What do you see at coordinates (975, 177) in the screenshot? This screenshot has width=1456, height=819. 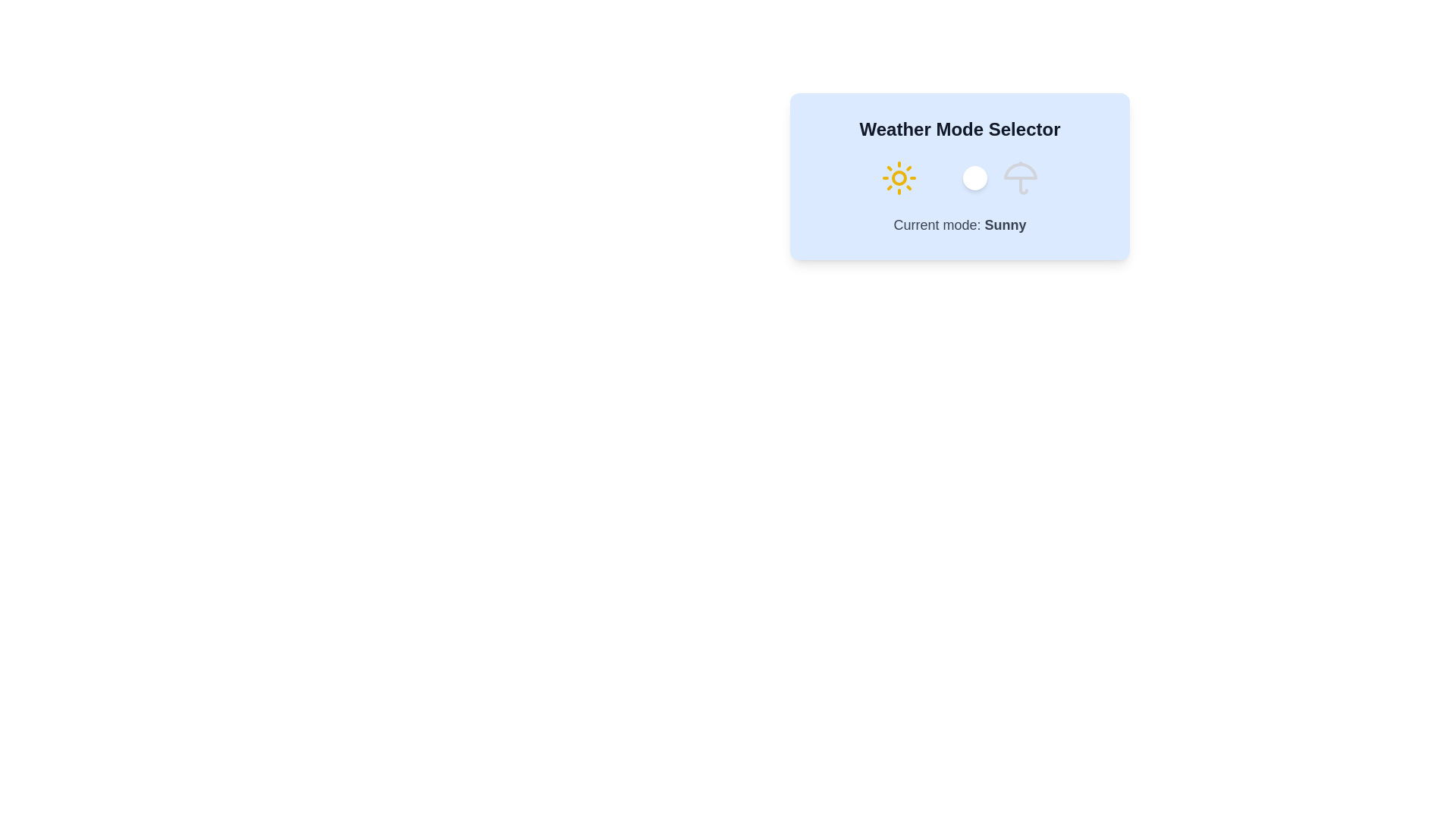 I see `the toggle knob located on the rightmost side of a horizontal yellow bar` at bounding box center [975, 177].